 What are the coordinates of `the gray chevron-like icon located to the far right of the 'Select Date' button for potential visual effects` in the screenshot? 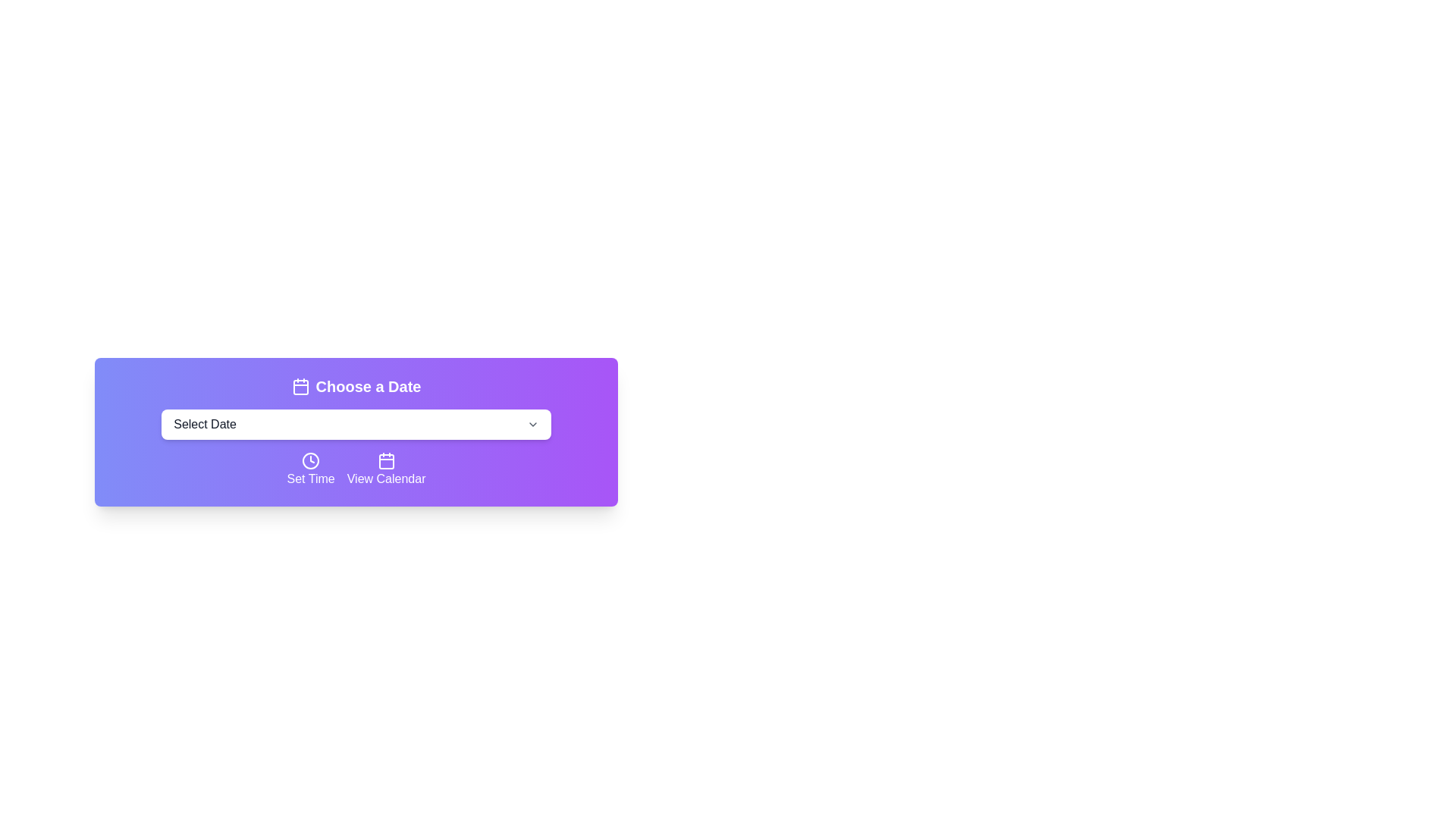 It's located at (532, 424).